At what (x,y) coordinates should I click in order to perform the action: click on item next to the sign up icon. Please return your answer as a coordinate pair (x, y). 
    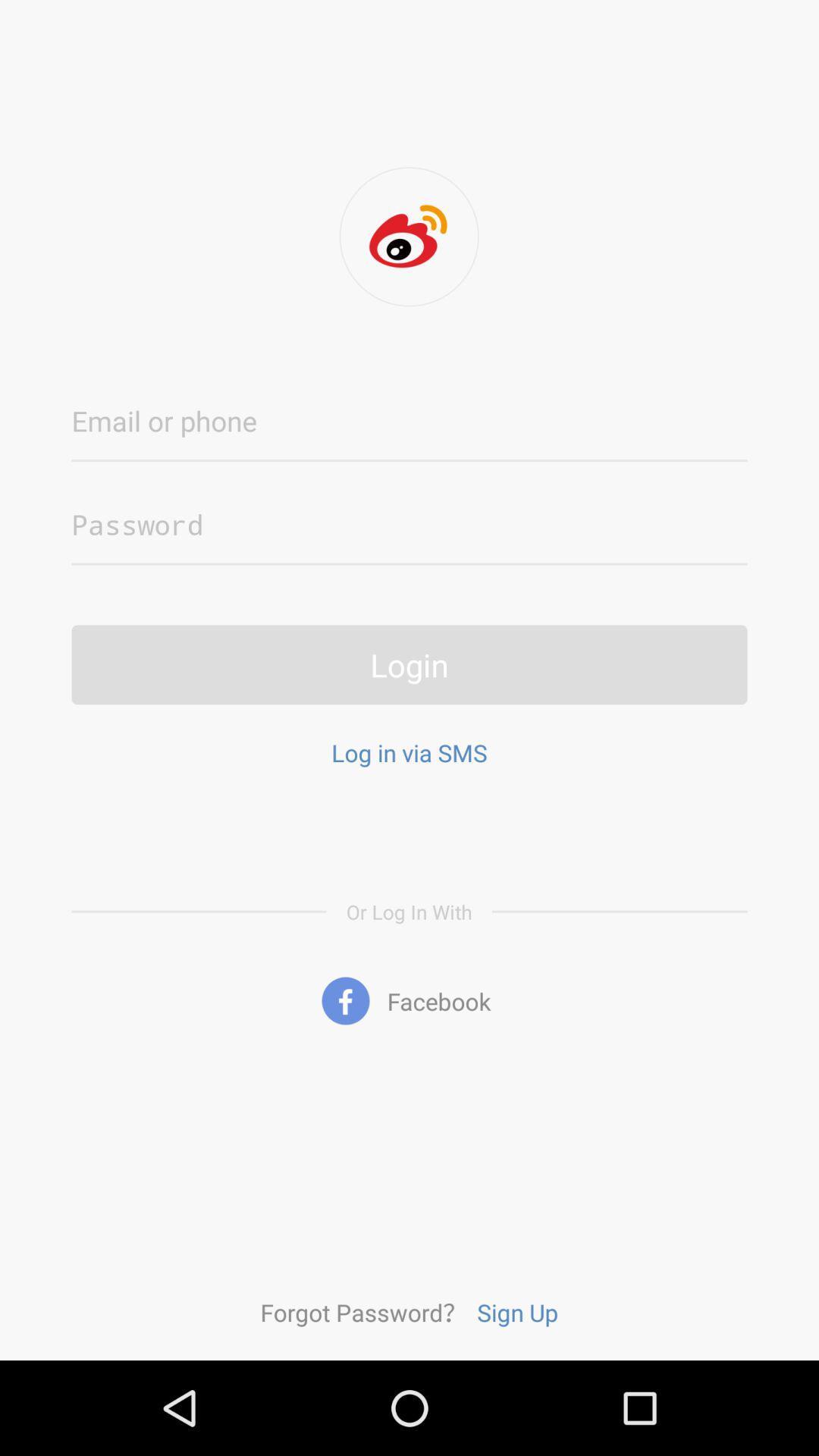
    Looking at the image, I should click on (363, 1311).